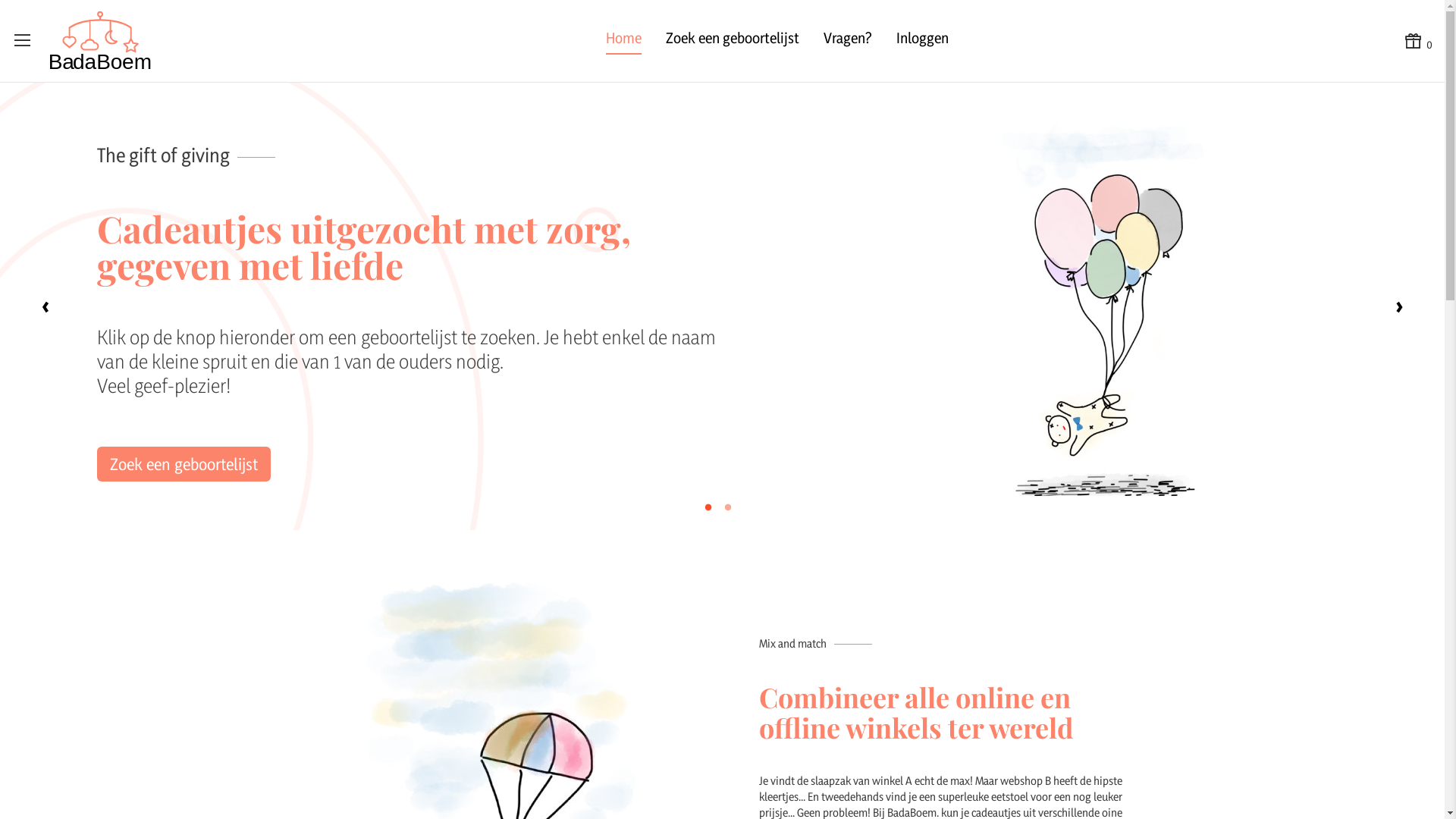 The width and height of the screenshot is (1456, 819). I want to click on '0', so click(1417, 40).